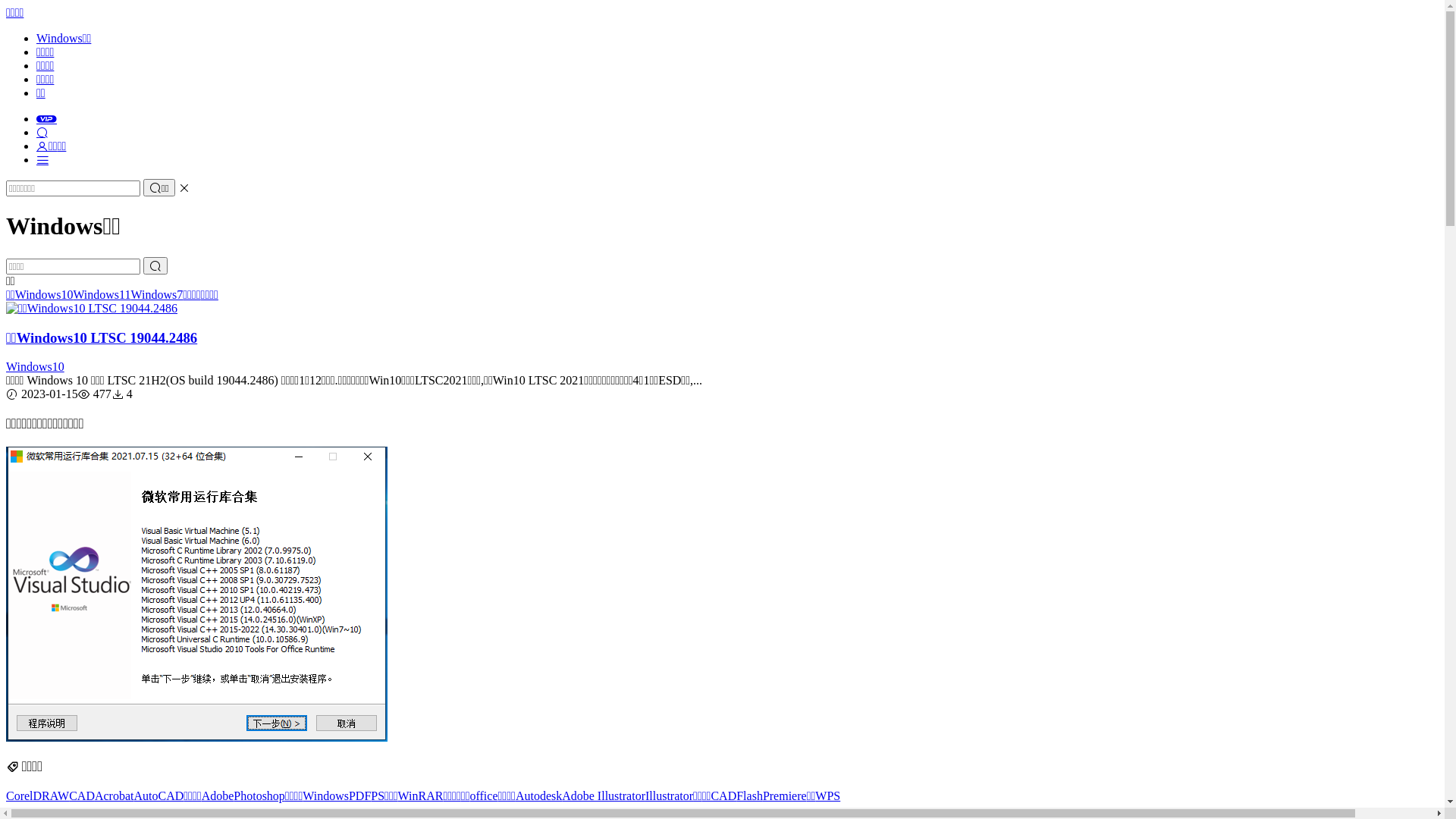 This screenshot has width=1456, height=819. I want to click on 'Flash', so click(749, 795).